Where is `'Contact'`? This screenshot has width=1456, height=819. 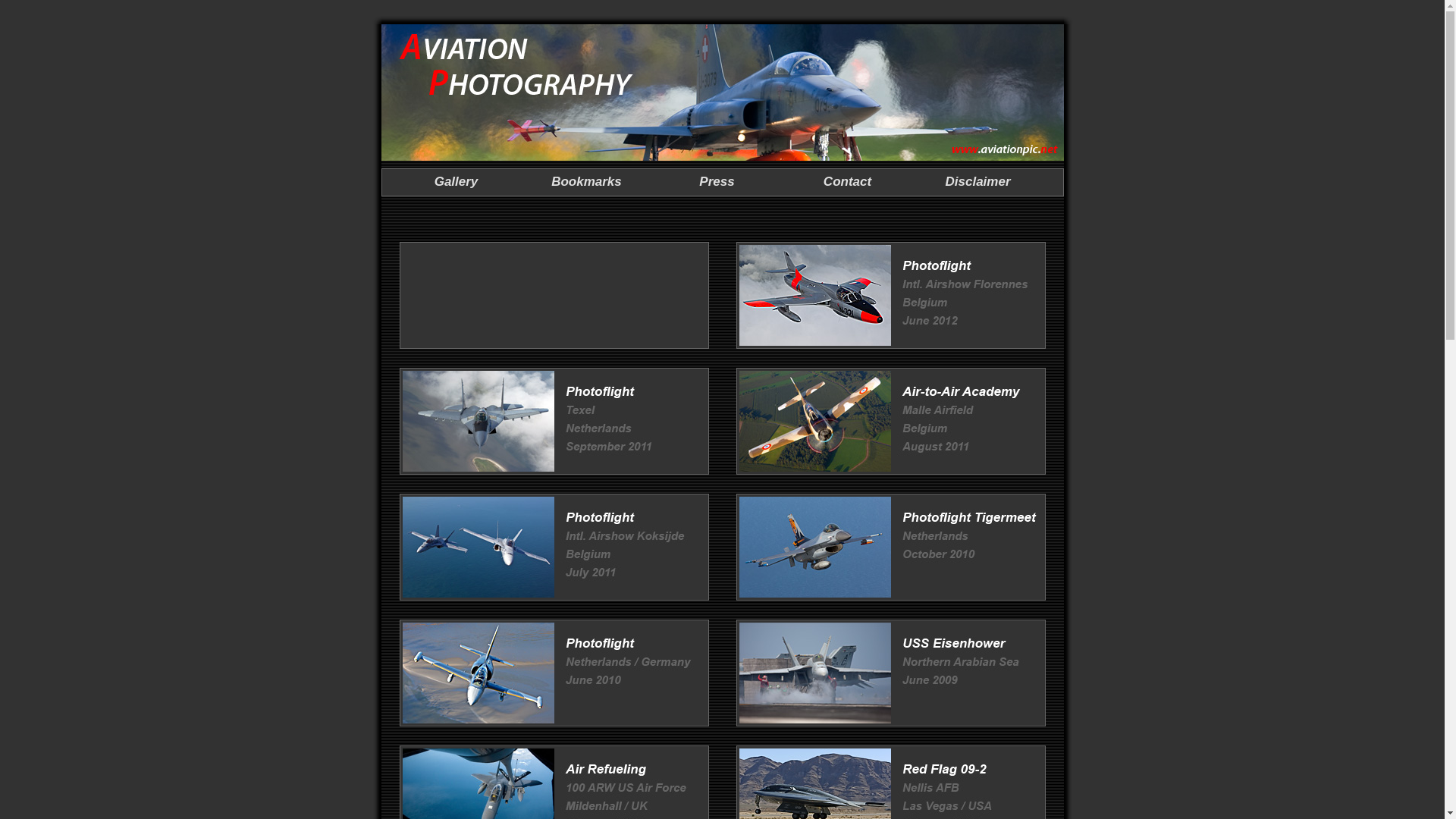 'Contact' is located at coordinates (822, 180).